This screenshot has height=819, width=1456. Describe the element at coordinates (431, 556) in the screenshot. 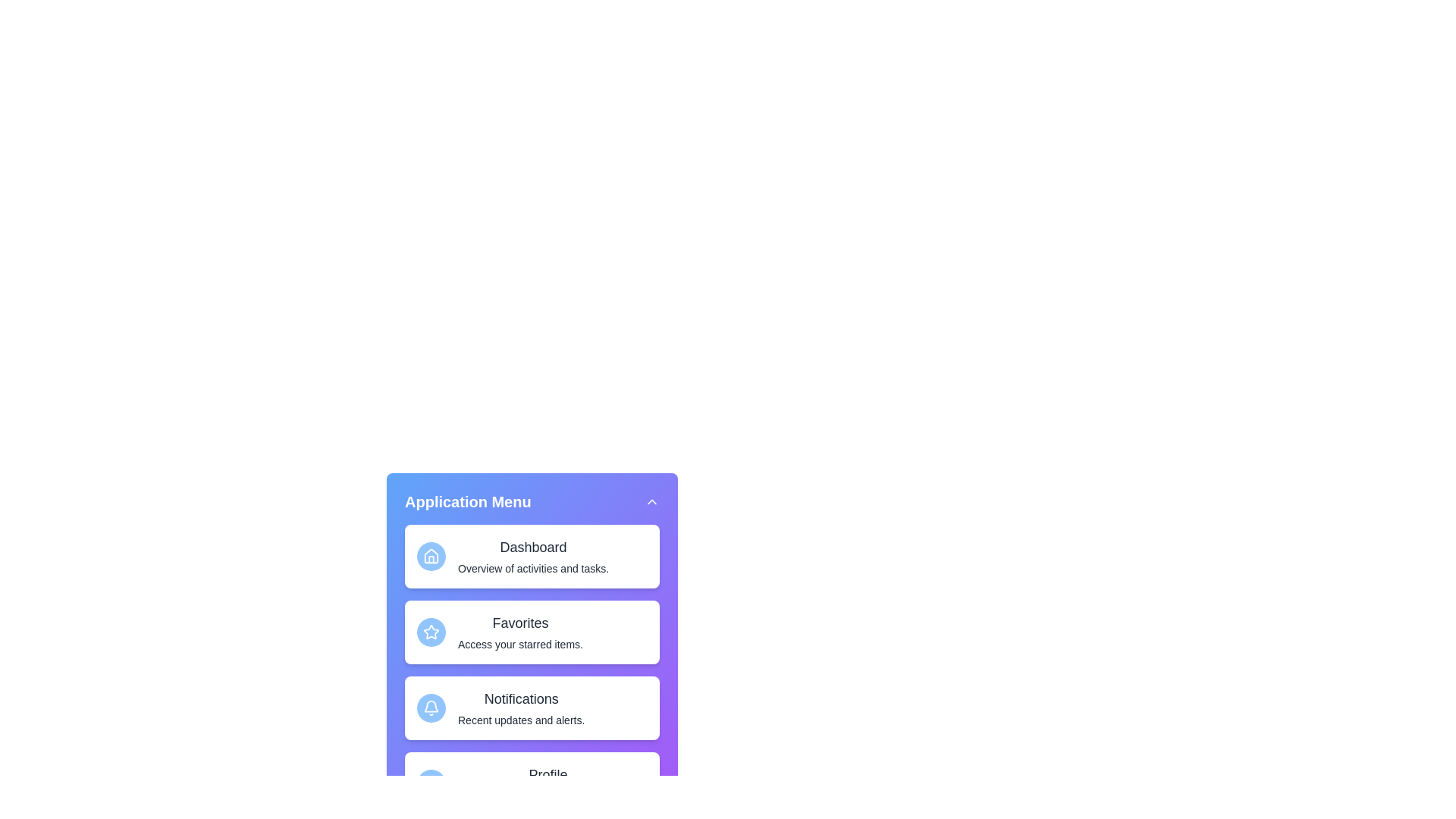

I see `the icon of the menu item Dashboard` at that location.